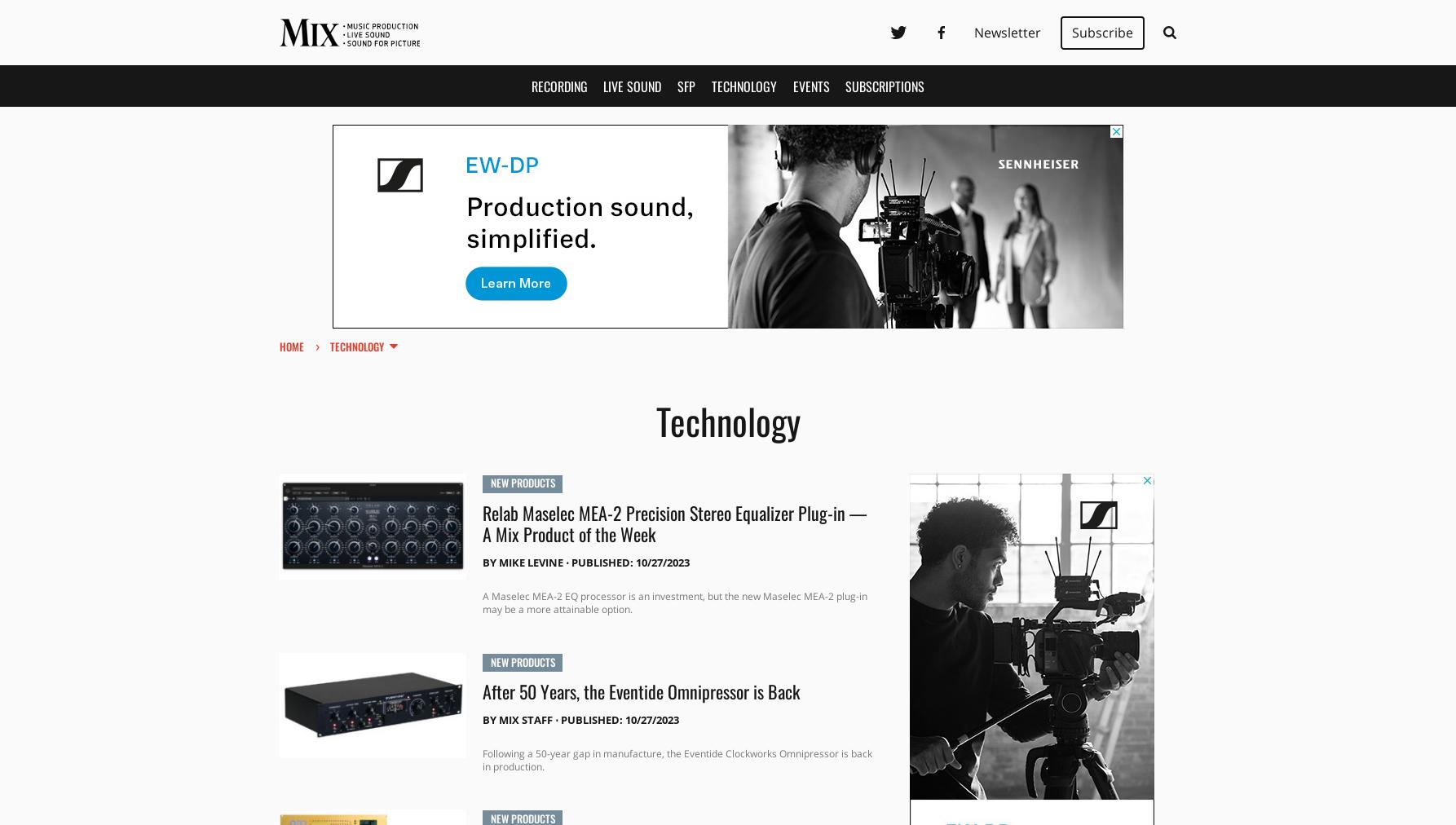 This screenshot has width=1456, height=825. Describe the element at coordinates (558, 85) in the screenshot. I see `'Recording'` at that location.